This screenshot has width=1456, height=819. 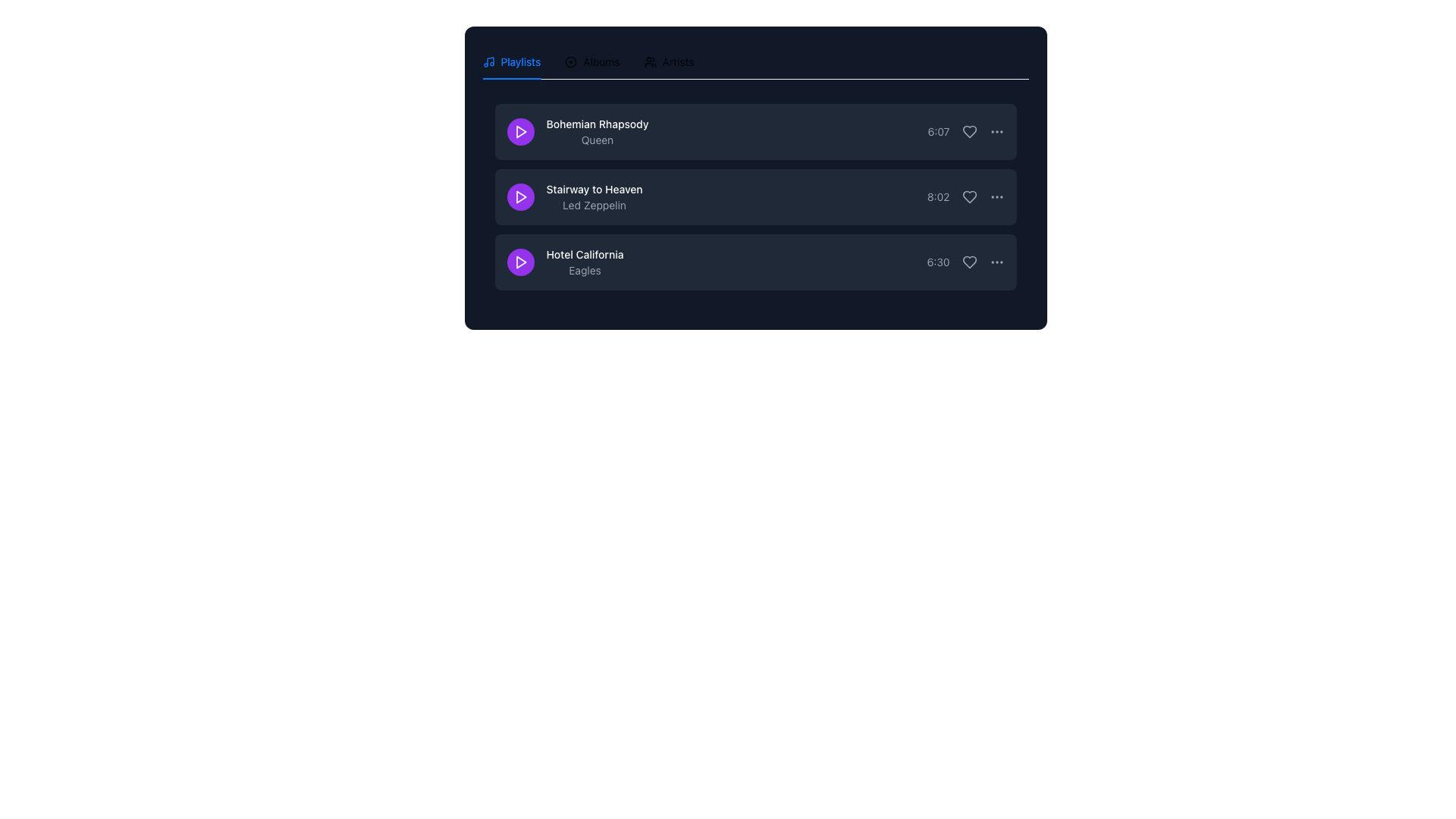 What do you see at coordinates (584, 262) in the screenshot?
I see `the text label displaying the title 'Hotel California' and subtitle 'Eagles', which is located below 'Bohemian Rhapsody' and 'Stairway to Heaven'` at bounding box center [584, 262].